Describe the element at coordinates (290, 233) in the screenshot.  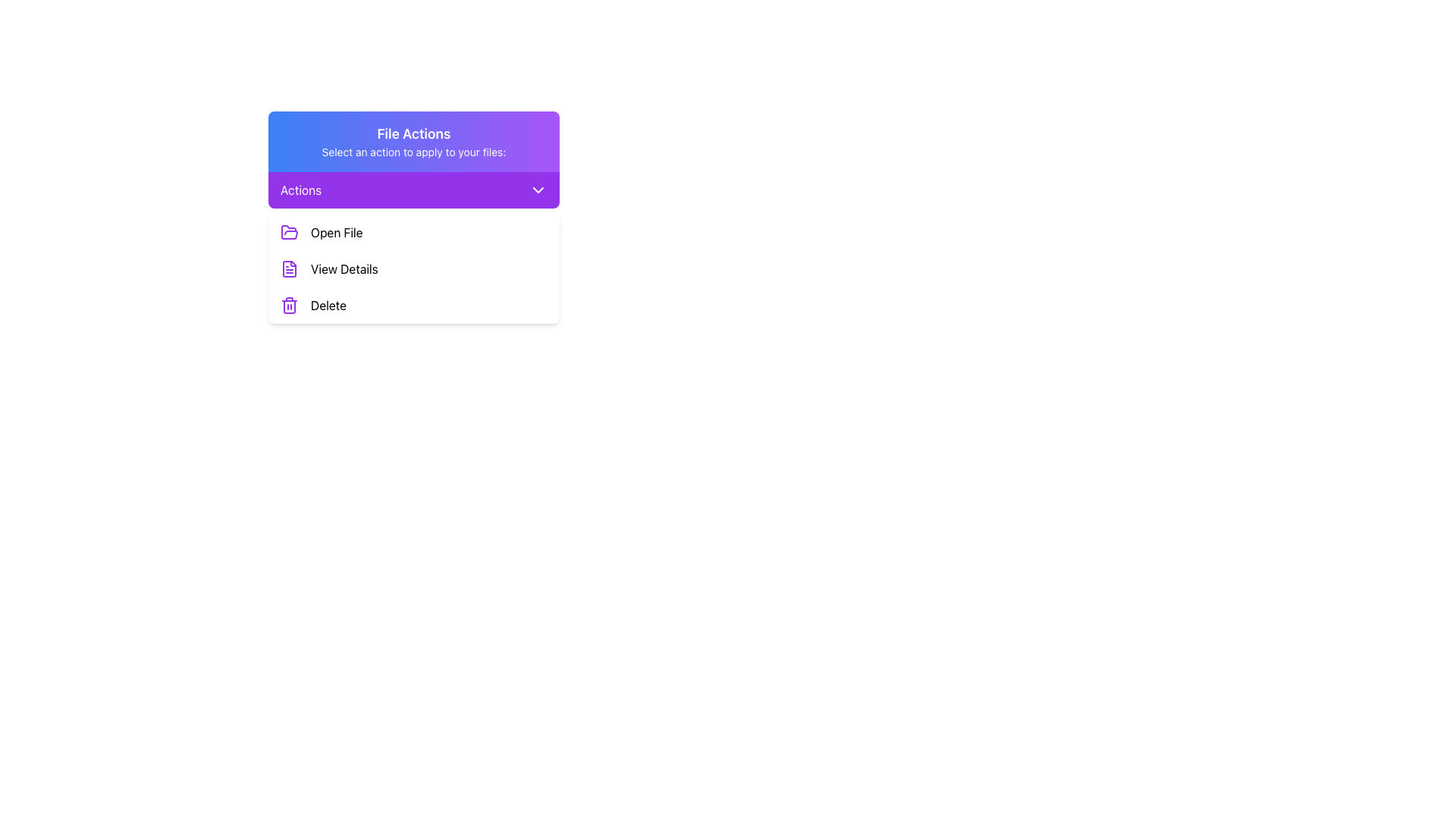
I see `the purple folder icon located next to the text 'Open File' under the 'File Actions' section` at that location.